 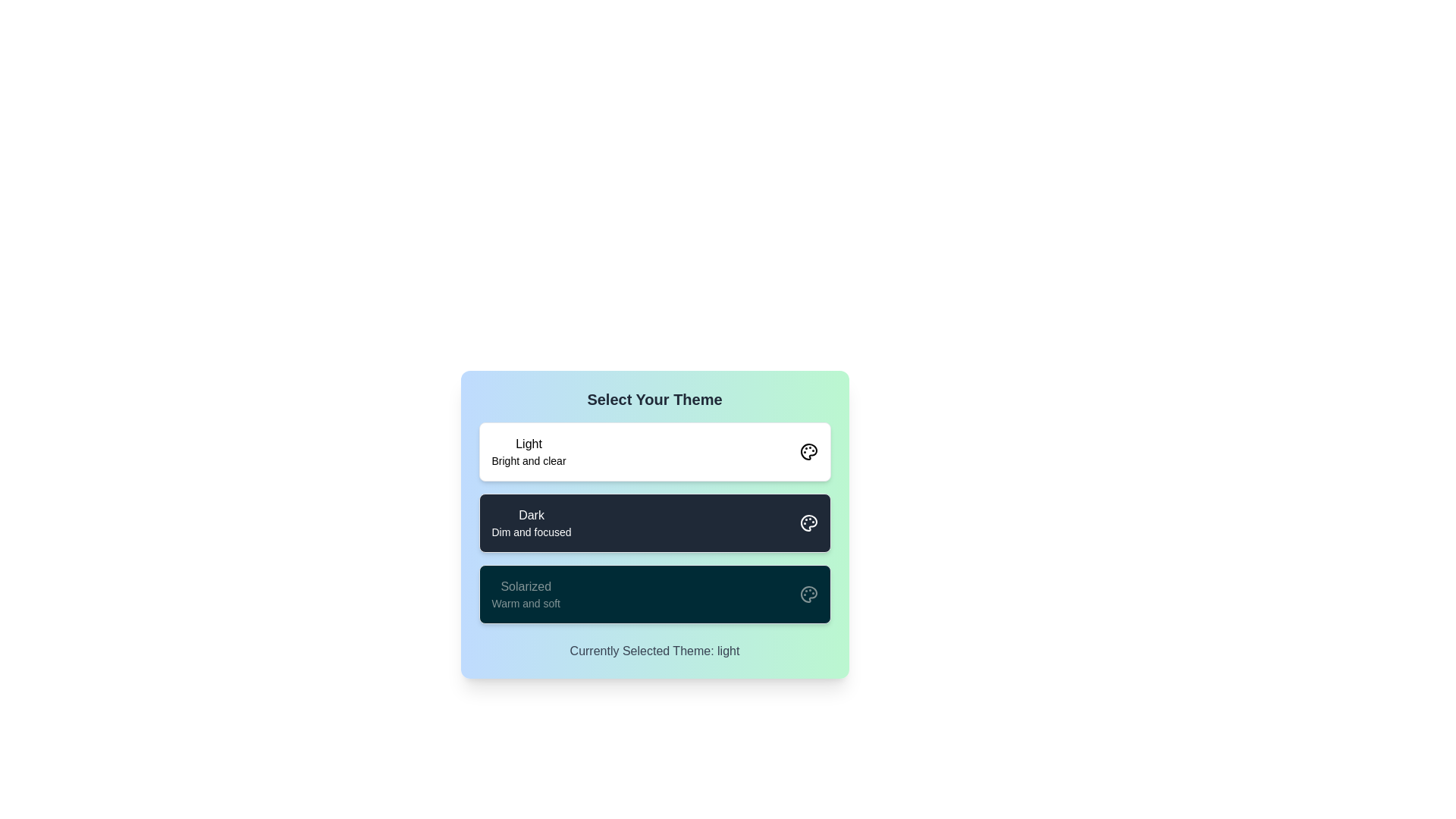 What do you see at coordinates (654, 522) in the screenshot?
I see `the theme Dark by clicking on its corresponding card` at bounding box center [654, 522].